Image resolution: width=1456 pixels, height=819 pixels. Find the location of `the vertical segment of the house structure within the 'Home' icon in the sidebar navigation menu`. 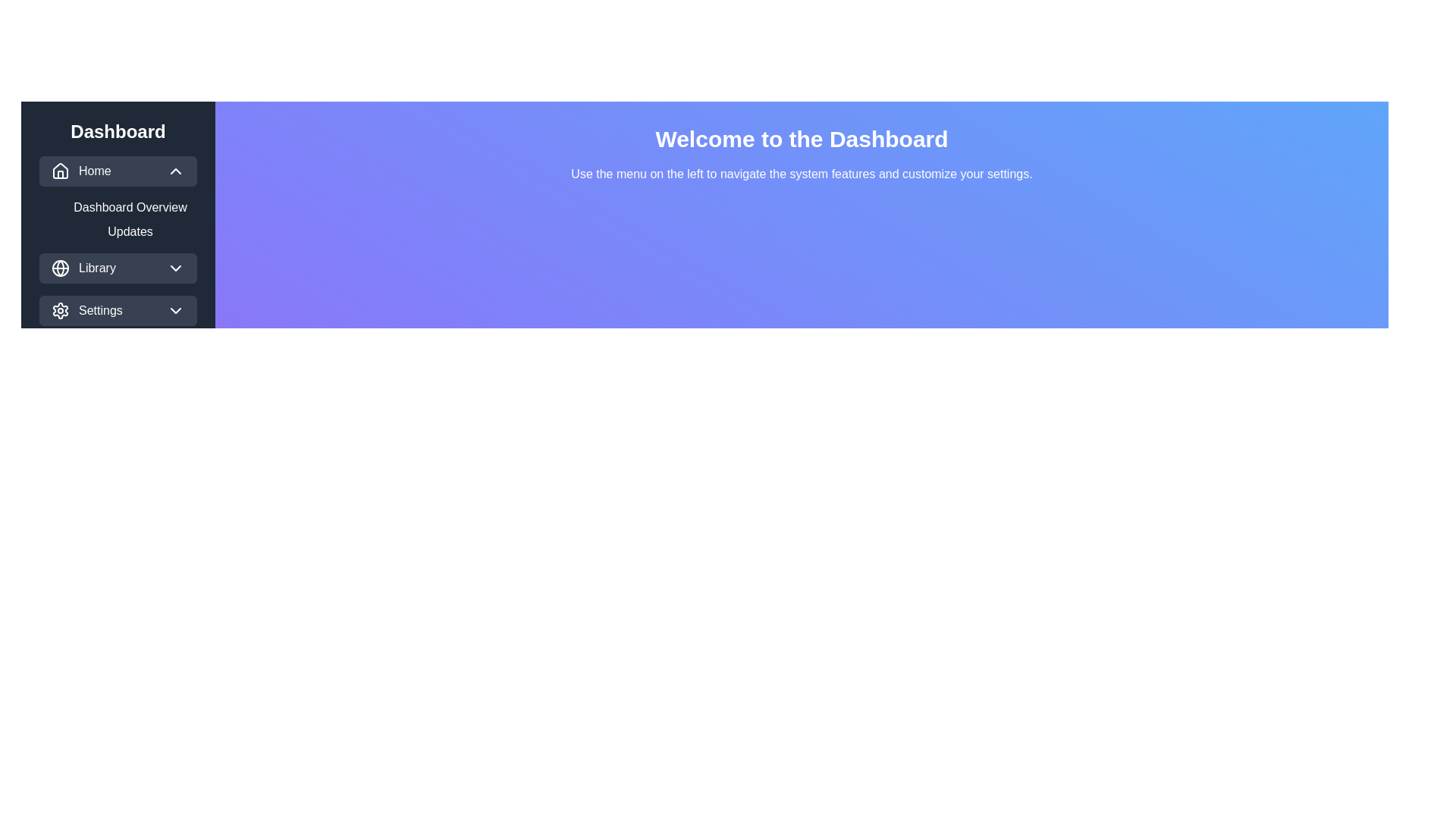

the vertical segment of the house structure within the 'Home' icon in the sidebar navigation menu is located at coordinates (61, 174).